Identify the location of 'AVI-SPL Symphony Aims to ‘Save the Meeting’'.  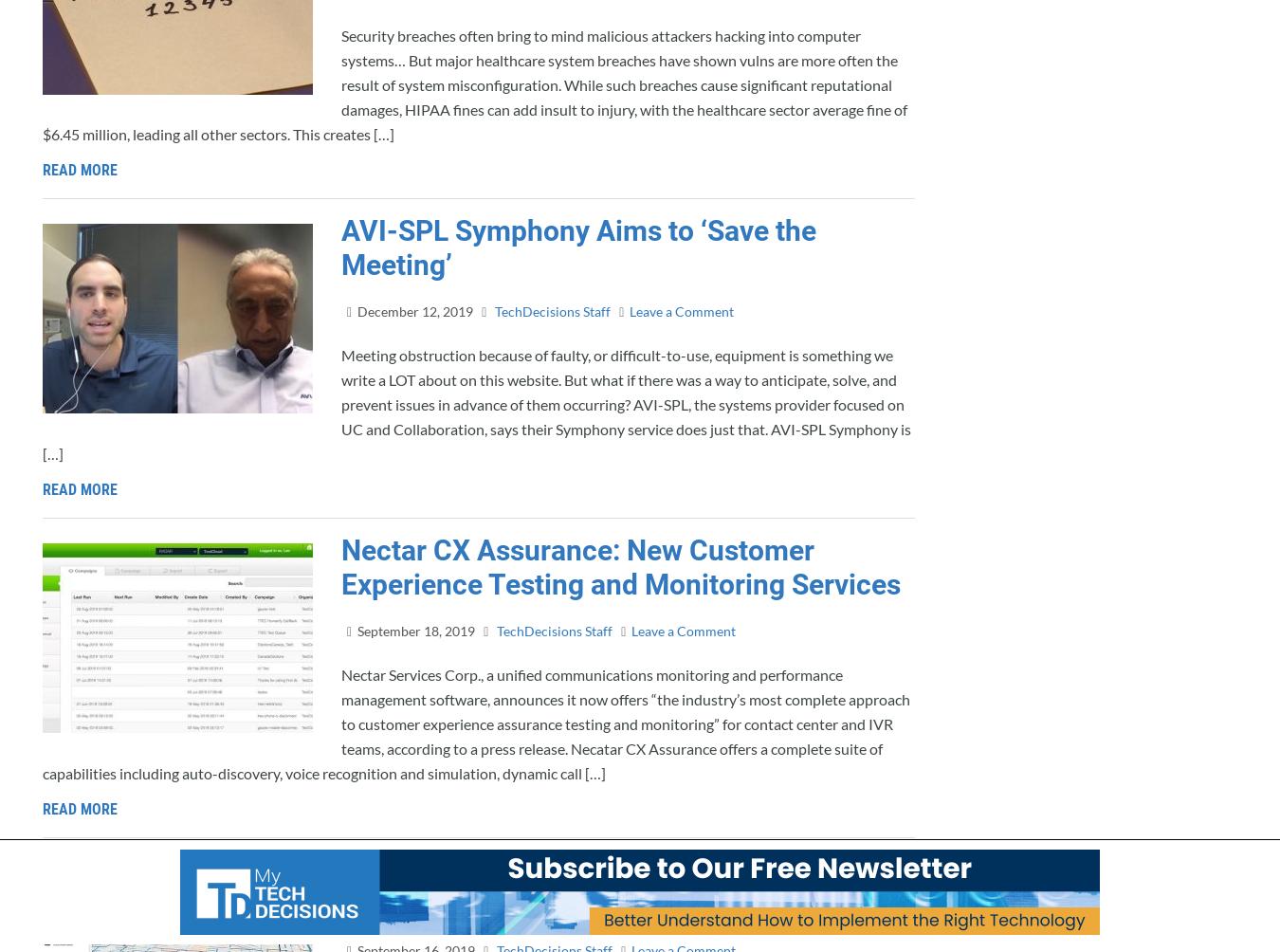
(578, 247).